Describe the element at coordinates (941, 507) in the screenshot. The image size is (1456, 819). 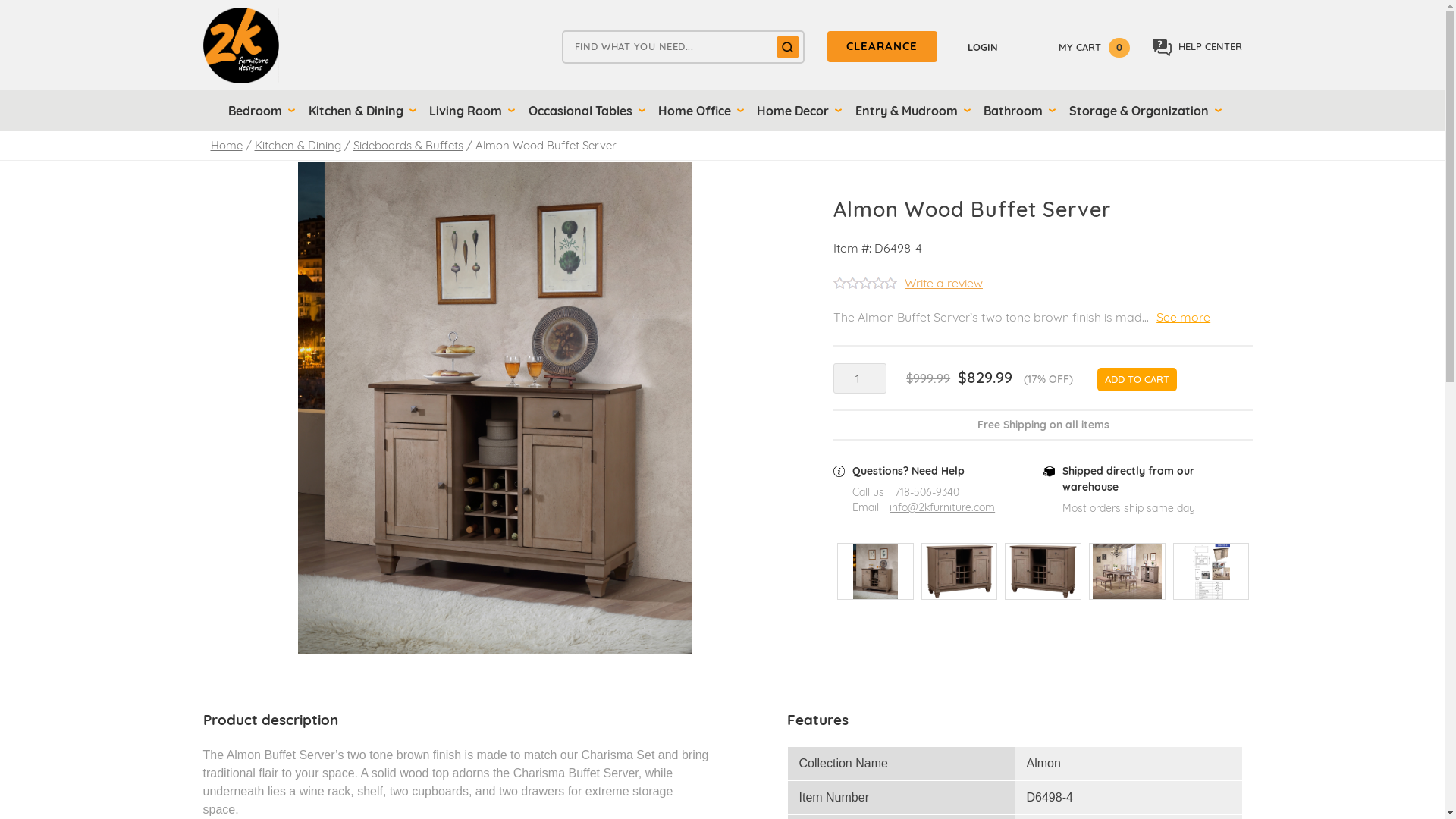
I see `'info@2kfurniture.com'` at that location.